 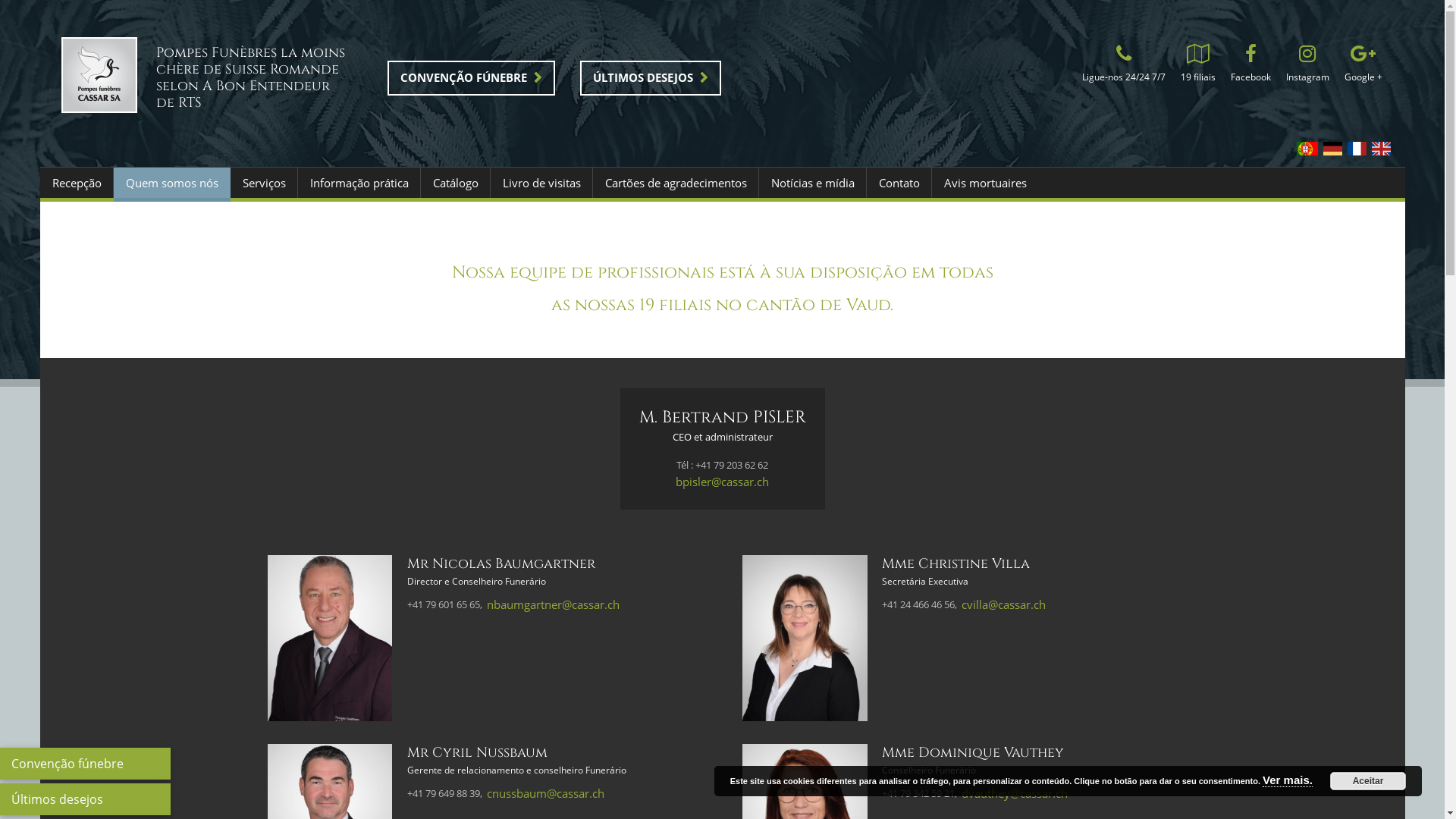 What do you see at coordinates (1380, 149) in the screenshot?
I see `'English'` at bounding box center [1380, 149].